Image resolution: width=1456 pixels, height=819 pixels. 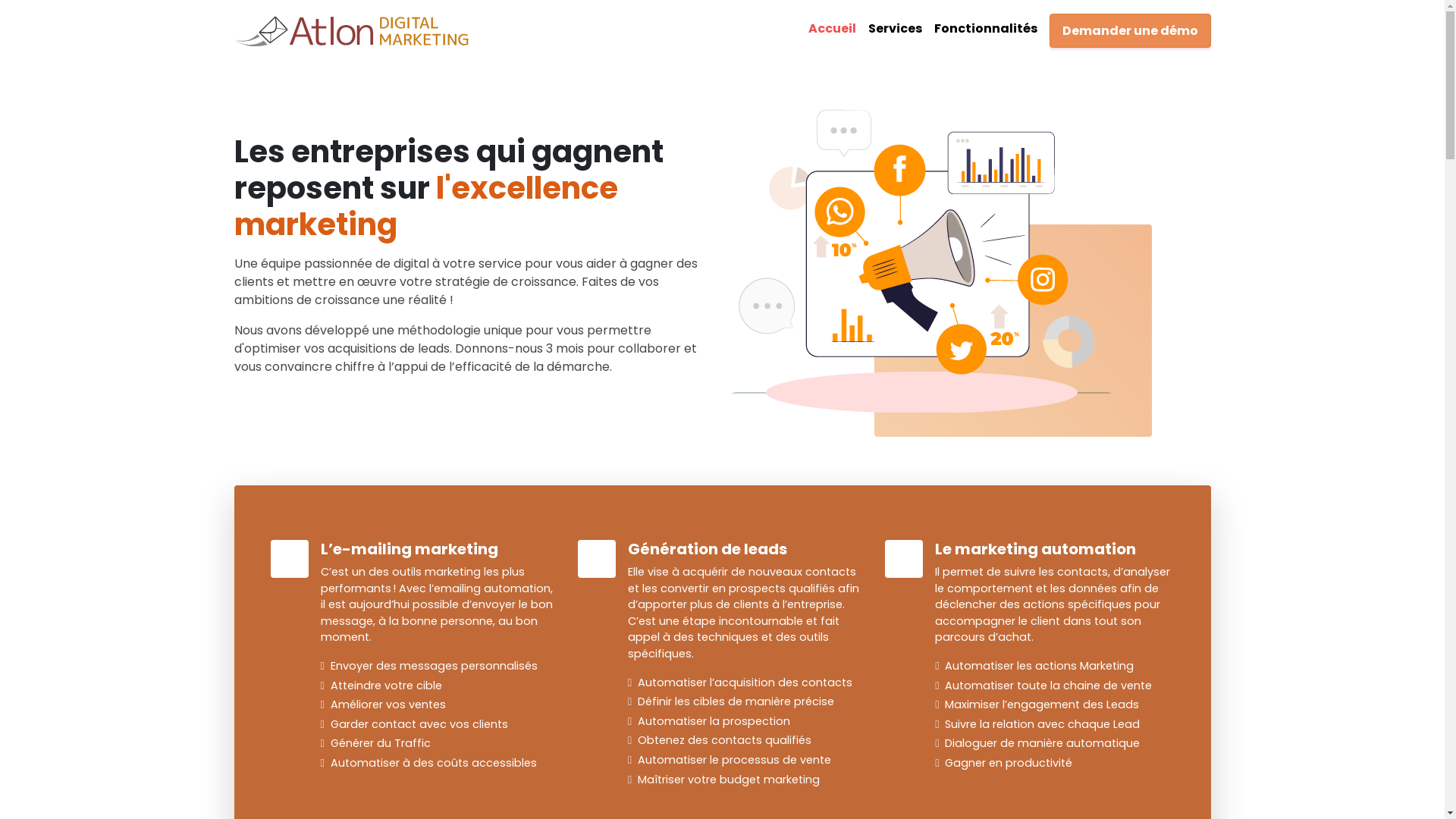 I want to click on 'Services', so click(x=894, y=29).